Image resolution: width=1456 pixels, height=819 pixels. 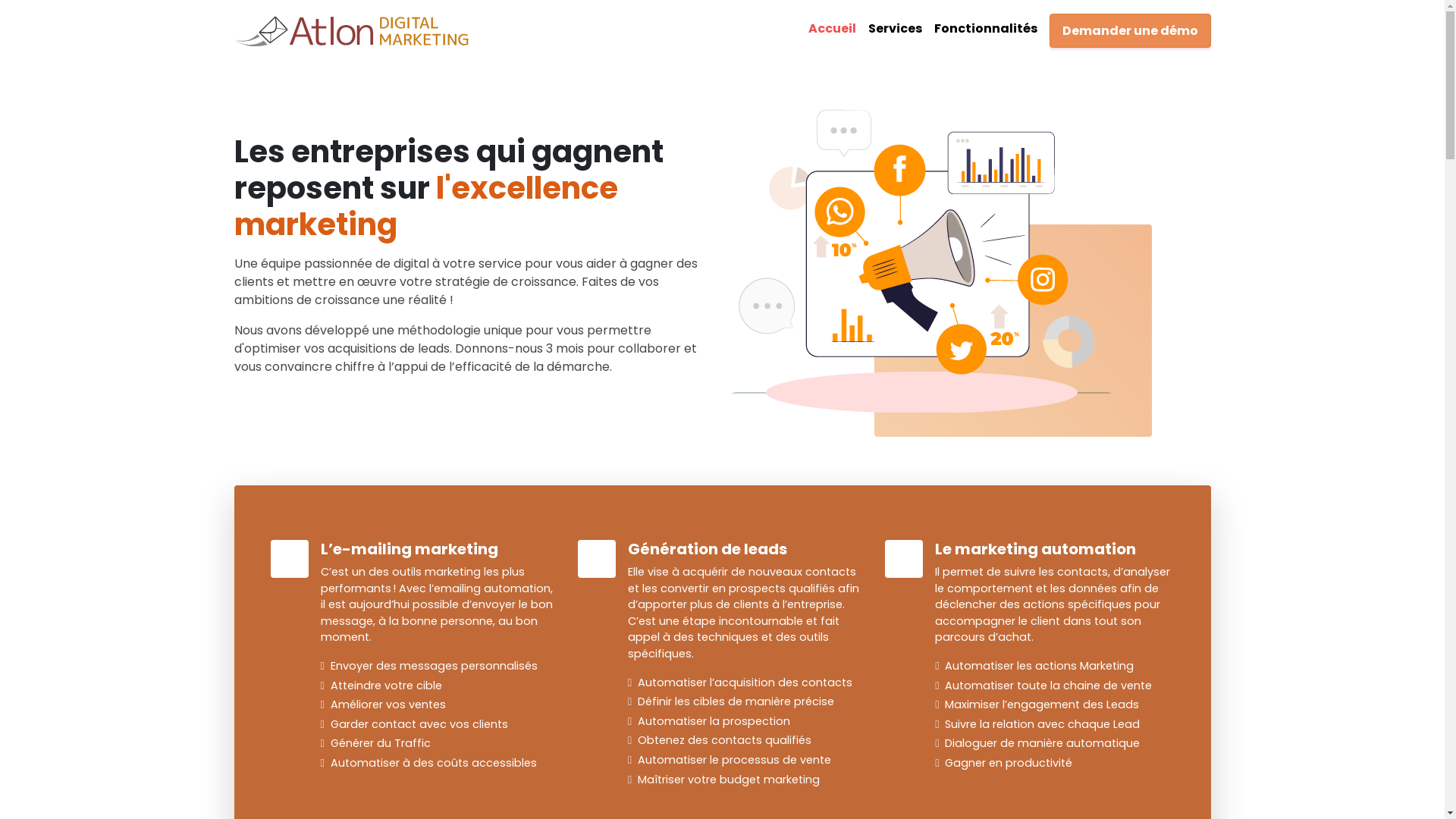 I want to click on 'Services', so click(x=894, y=29).